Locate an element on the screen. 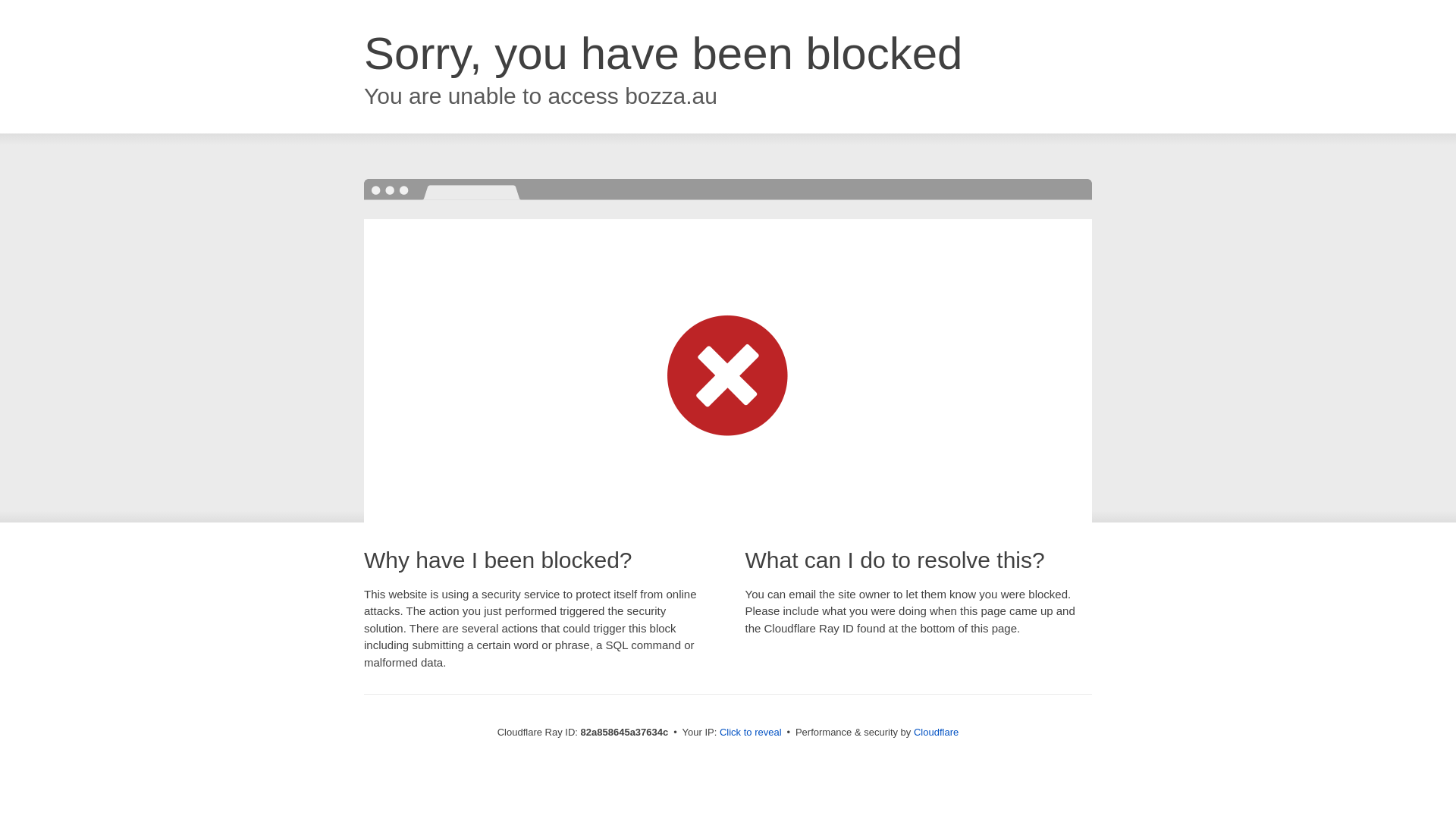 The width and height of the screenshot is (1456, 819). 'Click to reveal' is located at coordinates (750, 731).